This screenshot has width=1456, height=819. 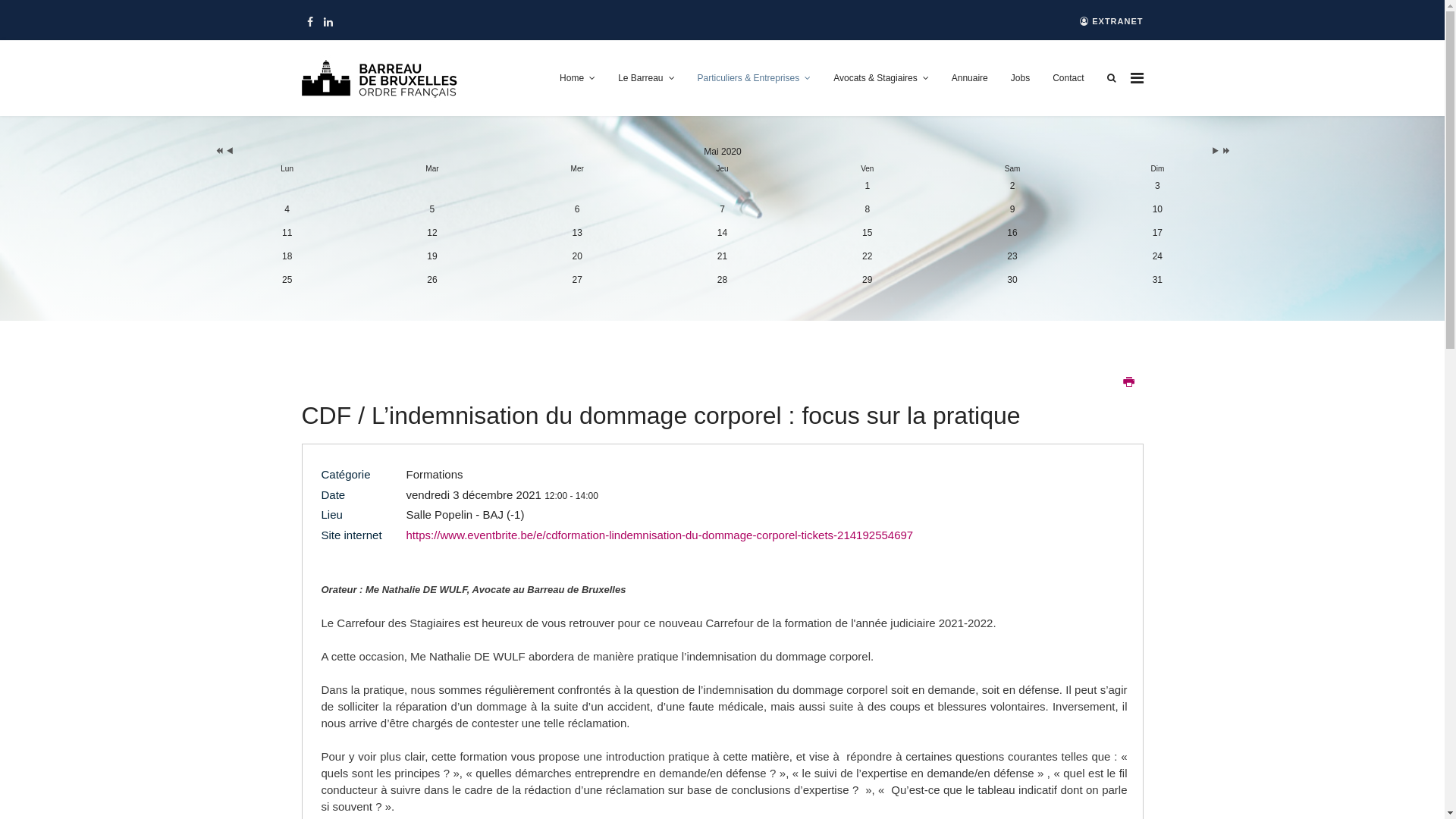 I want to click on 'Particuliers & Entreprises', so click(x=684, y=78).